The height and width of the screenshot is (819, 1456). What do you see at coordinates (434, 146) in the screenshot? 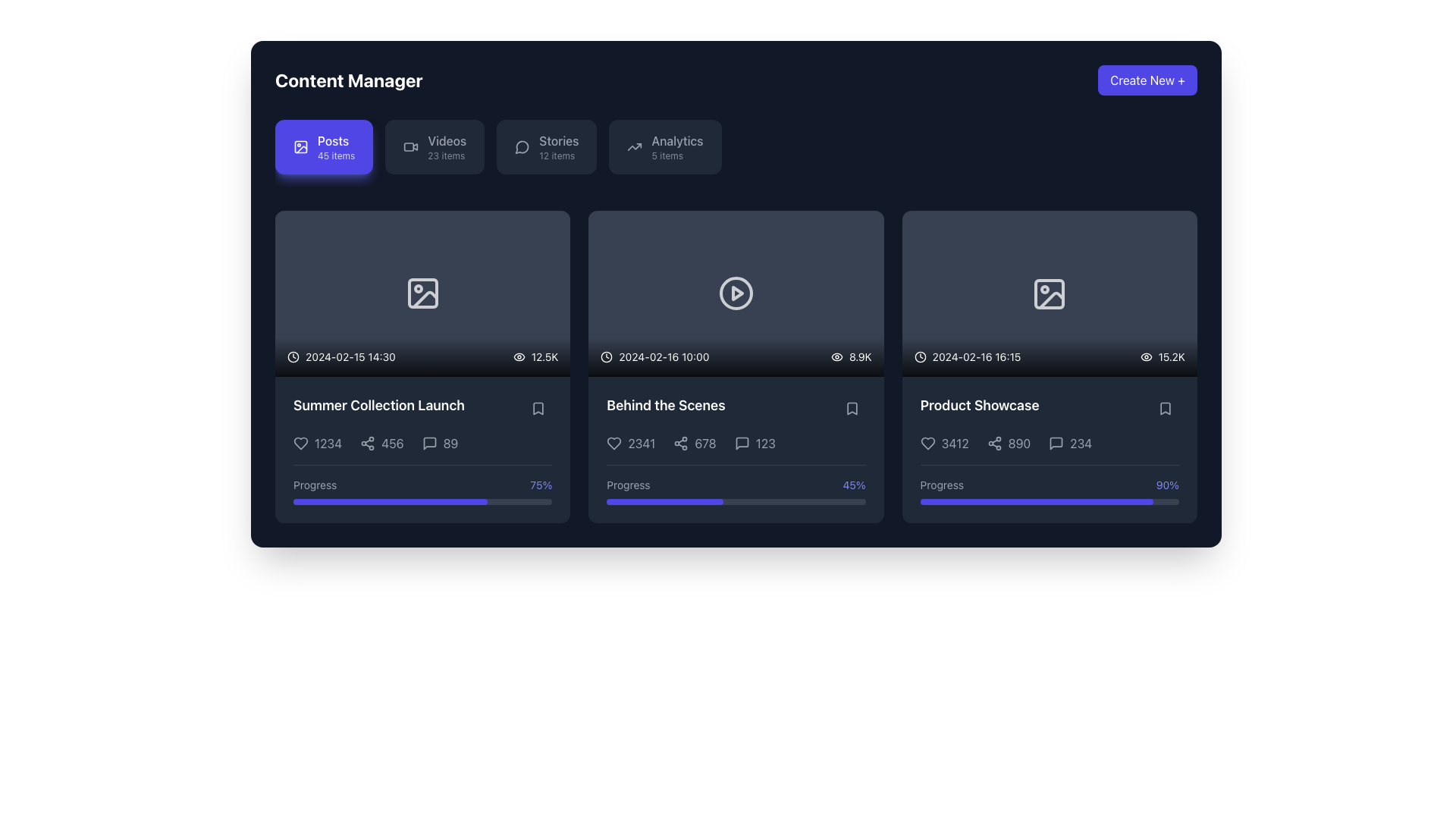
I see `the 'Videos' button, which is a rectangular section with a dark gray background, containing a video camera icon on the left and the text 'Videos' and '23 items' on the right` at bounding box center [434, 146].